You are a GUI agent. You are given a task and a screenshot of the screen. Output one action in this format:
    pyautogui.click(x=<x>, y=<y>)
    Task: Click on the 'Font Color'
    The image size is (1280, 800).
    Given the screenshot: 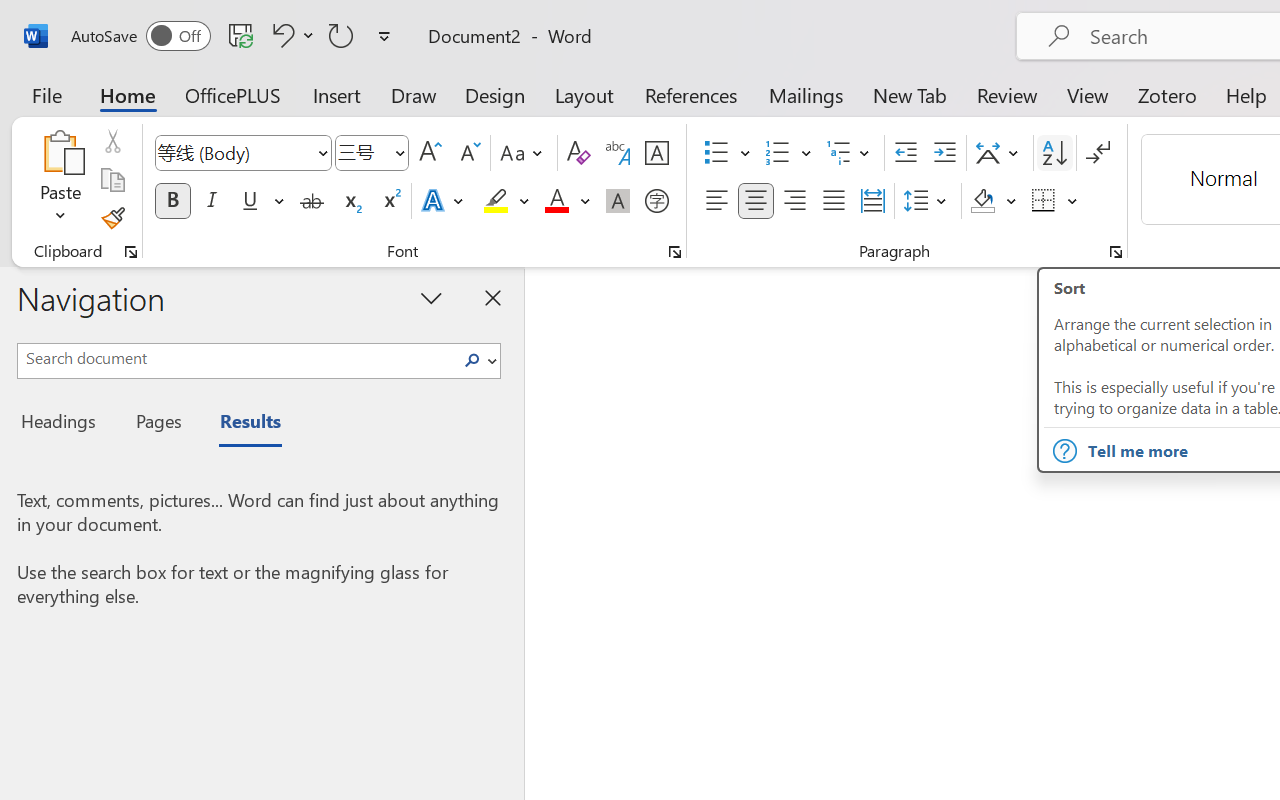 What is the action you would take?
    pyautogui.click(x=566, y=201)
    